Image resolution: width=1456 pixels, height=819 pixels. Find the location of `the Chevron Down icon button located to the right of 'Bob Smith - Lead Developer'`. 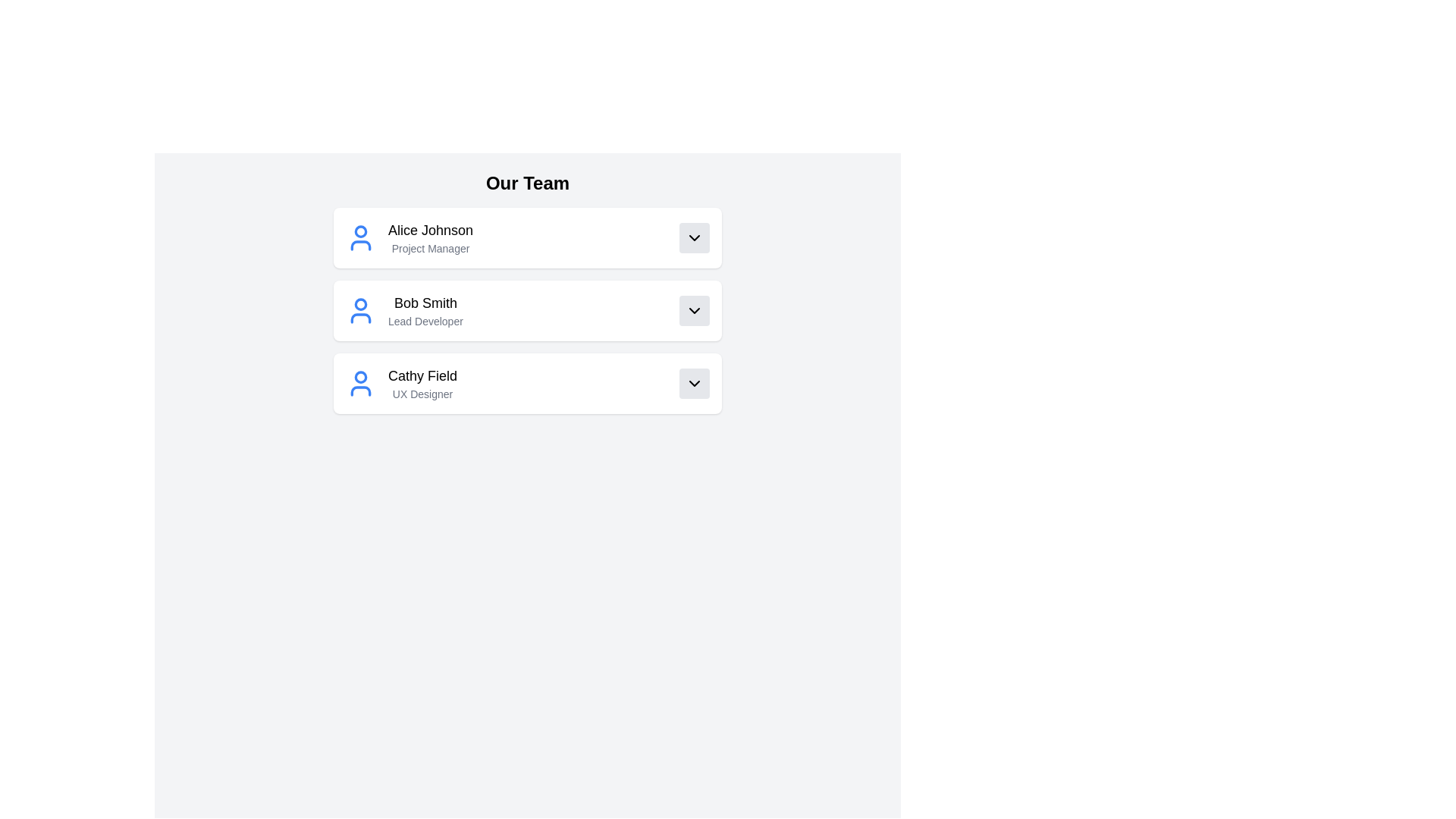

the Chevron Down icon button located to the right of 'Bob Smith - Lead Developer' is located at coordinates (694, 309).